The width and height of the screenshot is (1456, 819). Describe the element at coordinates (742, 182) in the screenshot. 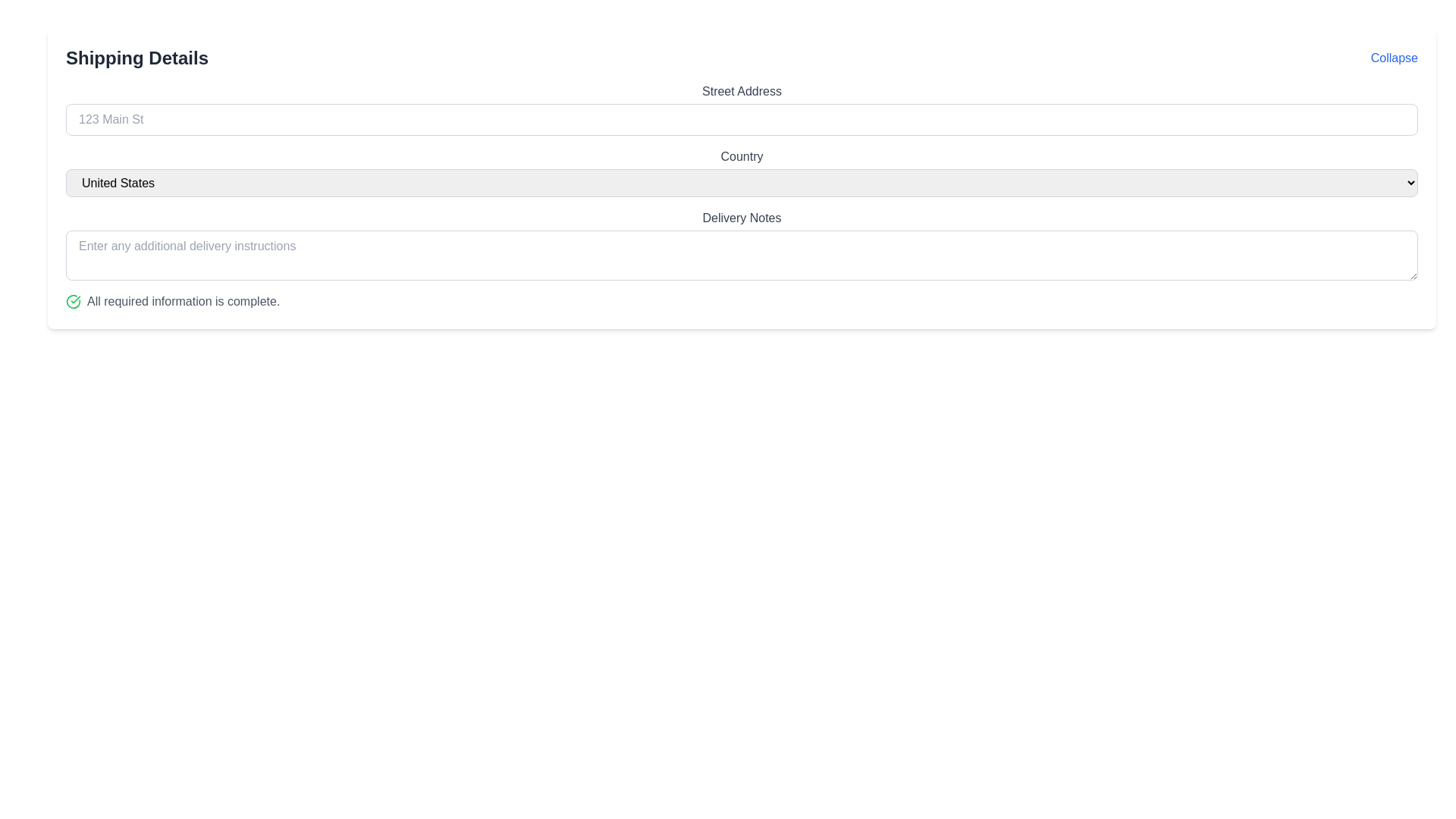

I see `an option from the dropdown menu labeled 'United States', which has a light gray background and is positioned below the 'Country' label` at that location.